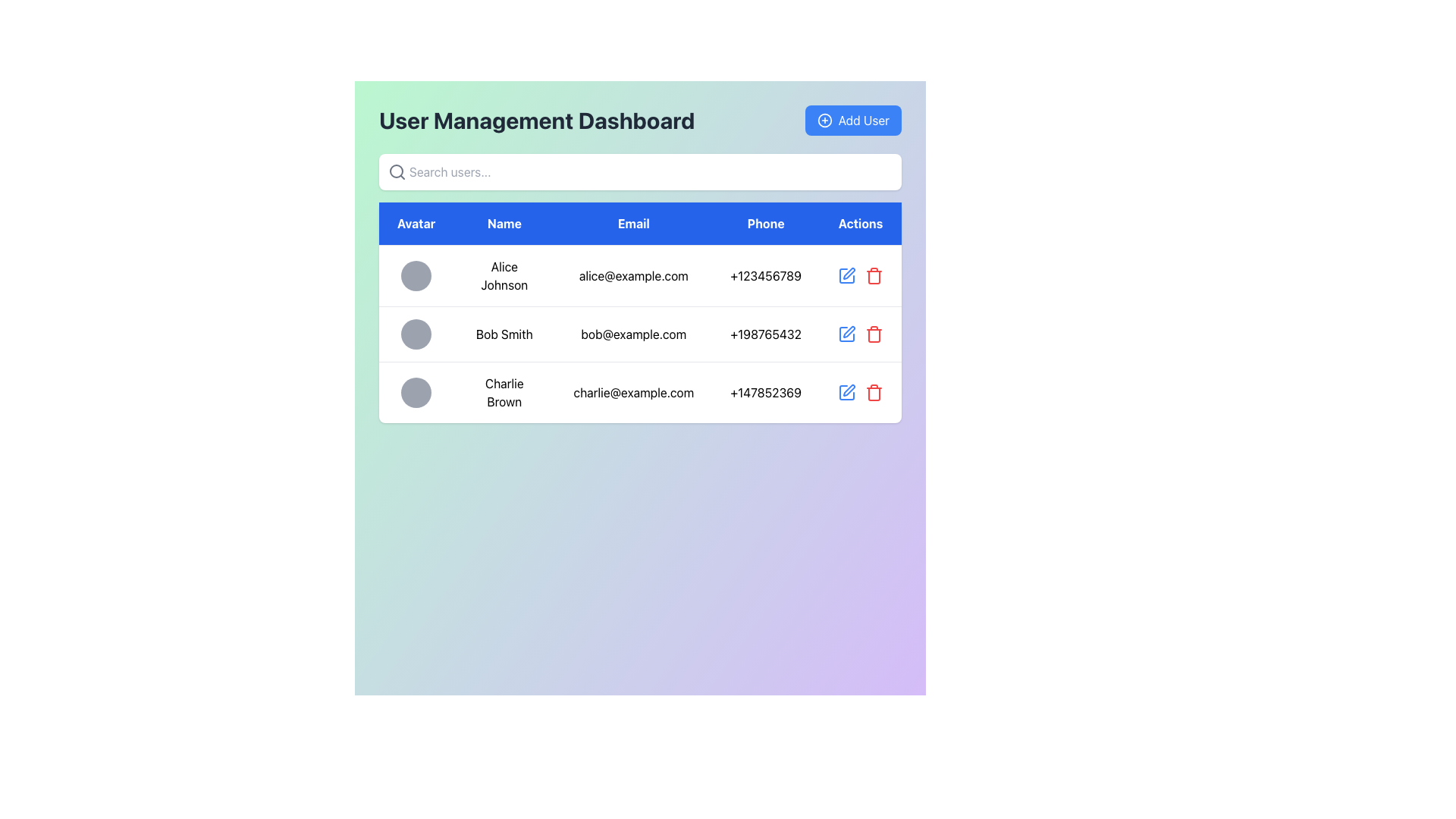 The width and height of the screenshot is (1456, 819). I want to click on the text display element showing the phone number '+123456789' for user 'Alice Johnson' located in the fourth column of the first row of the user details table, so click(766, 275).